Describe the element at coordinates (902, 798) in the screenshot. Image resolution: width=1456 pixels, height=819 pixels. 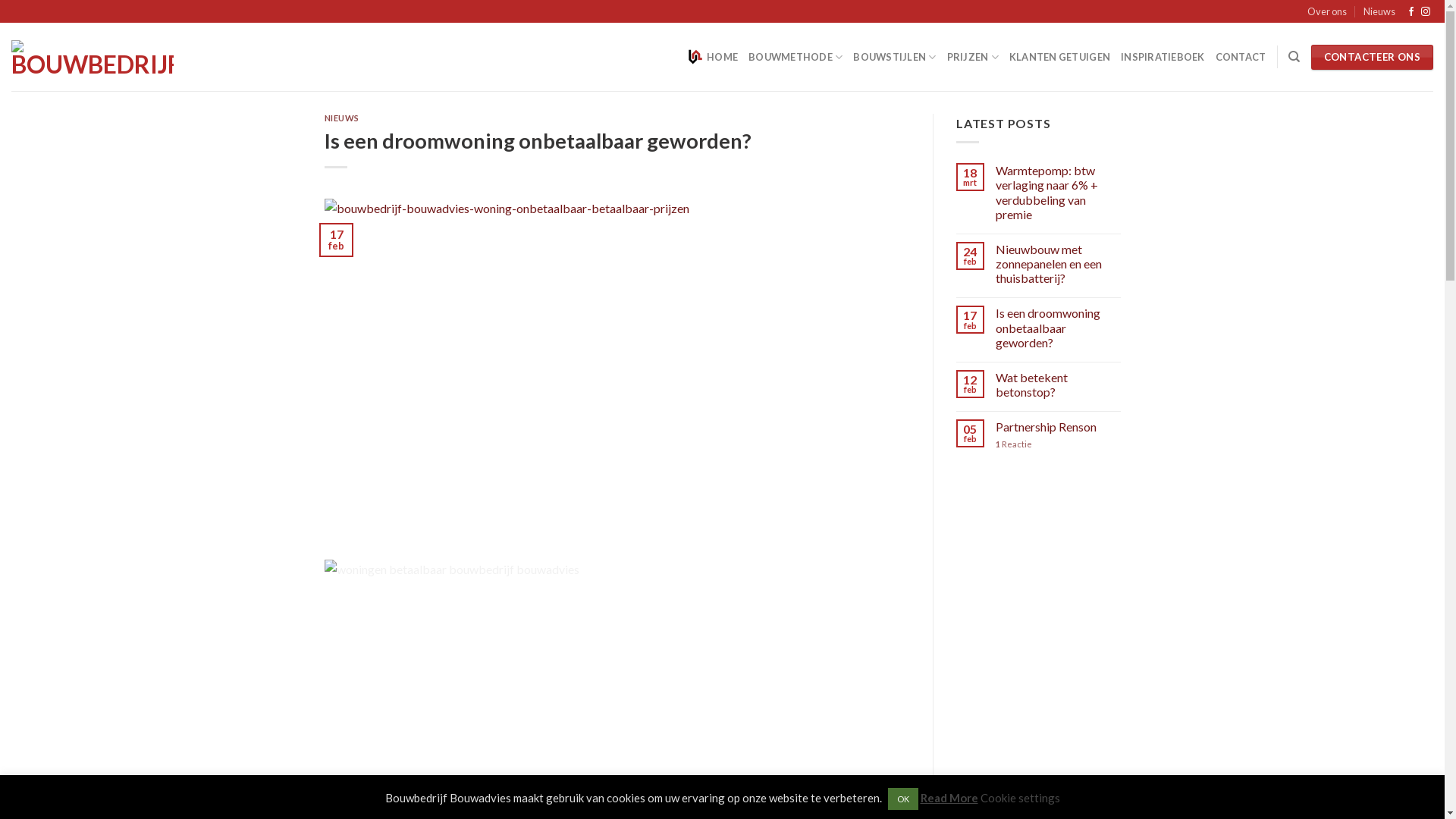
I see `'OK'` at that location.